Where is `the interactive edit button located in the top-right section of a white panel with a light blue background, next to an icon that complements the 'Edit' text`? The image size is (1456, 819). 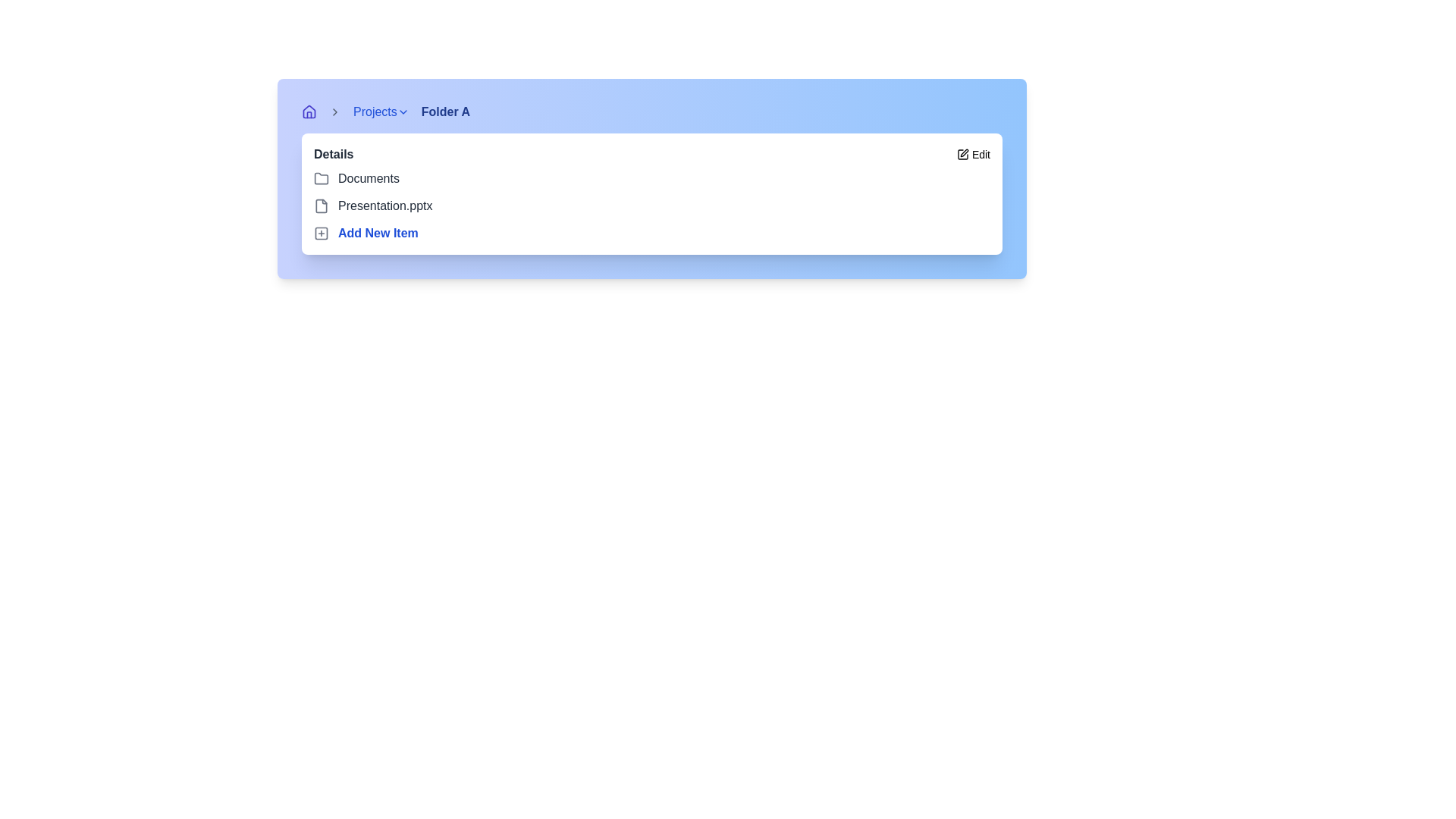
the interactive edit button located in the top-right section of a white panel with a light blue background, next to an icon that complements the 'Edit' text is located at coordinates (981, 155).